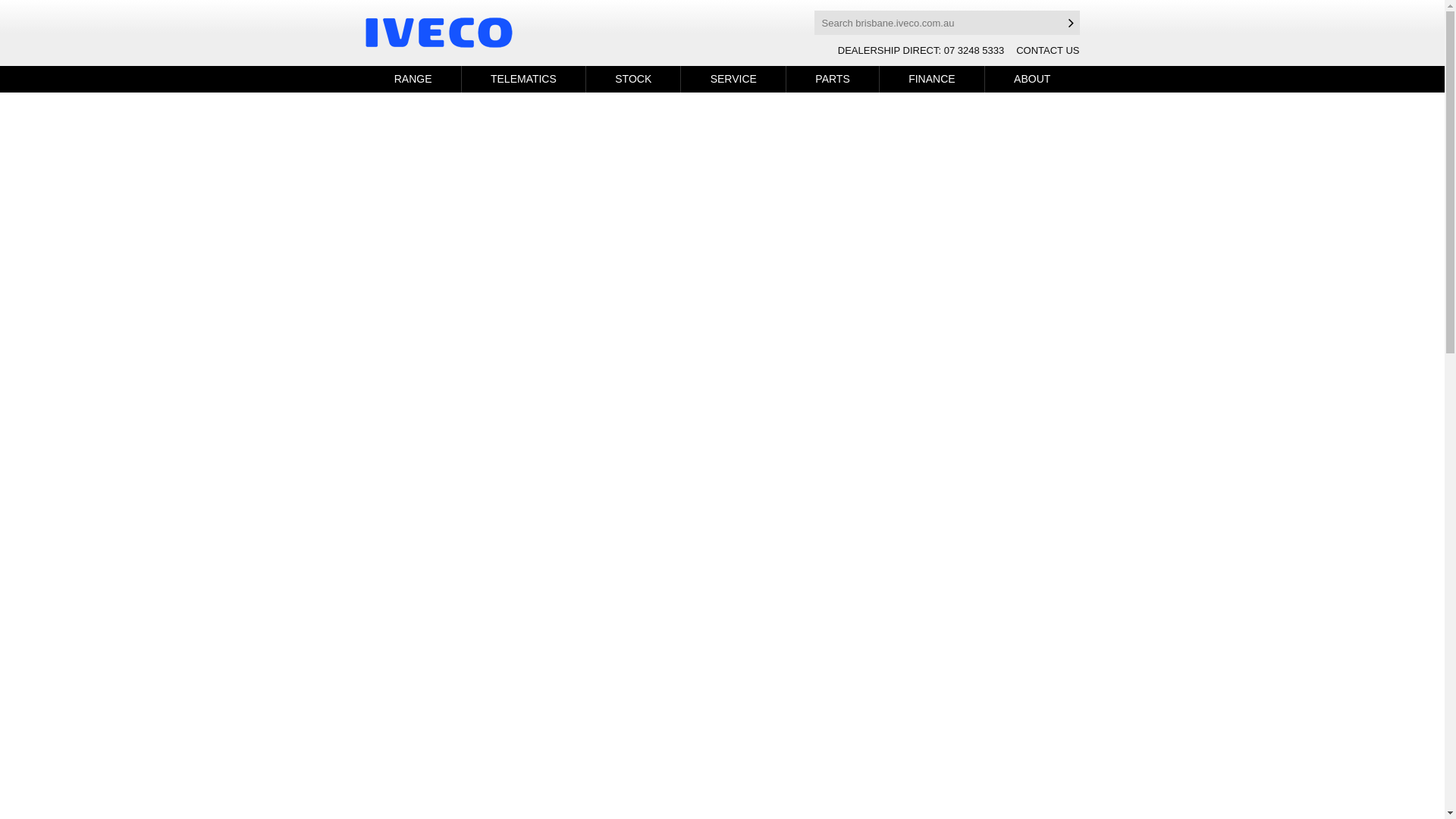  I want to click on 'RANGE', so click(413, 79).